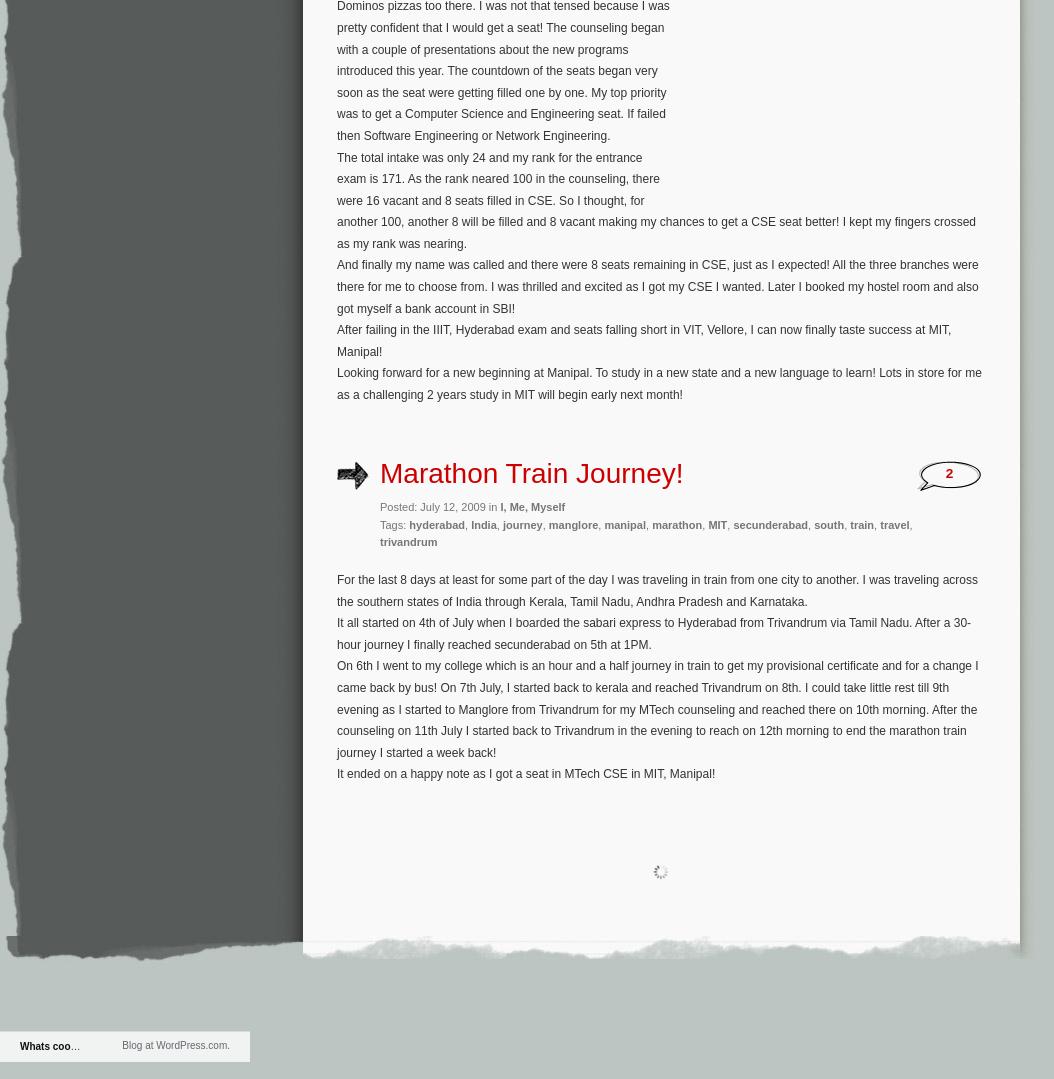  I want to click on '2', so click(949, 472).